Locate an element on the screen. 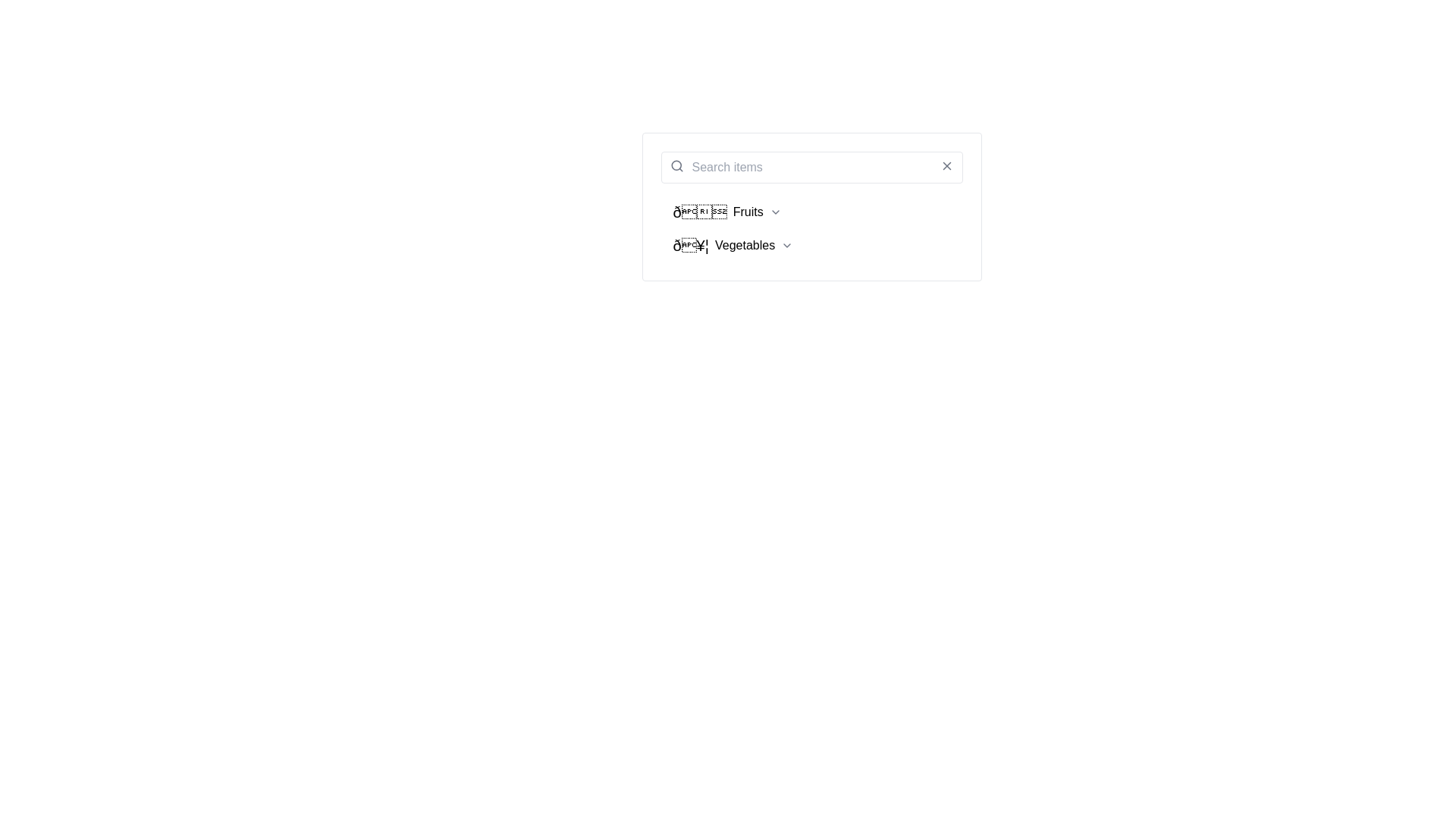 This screenshot has width=1456, height=819. the downward-pointing chevron icon located to the far right of the 'Fruits' label is located at coordinates (775, 212).